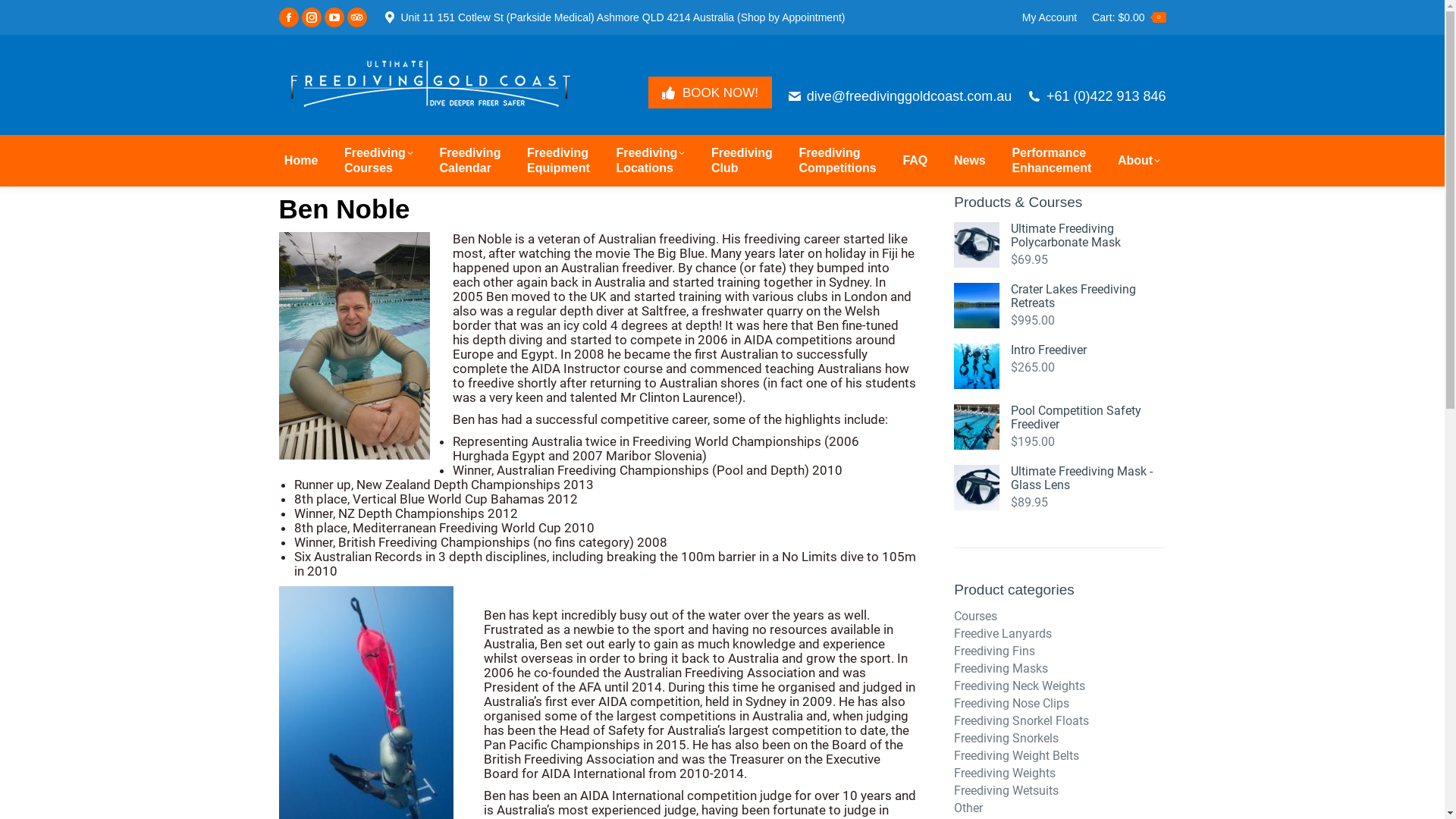  Describe the element at coordinates (1050, 161) in the screenshot. I see `'Performance` at that location.